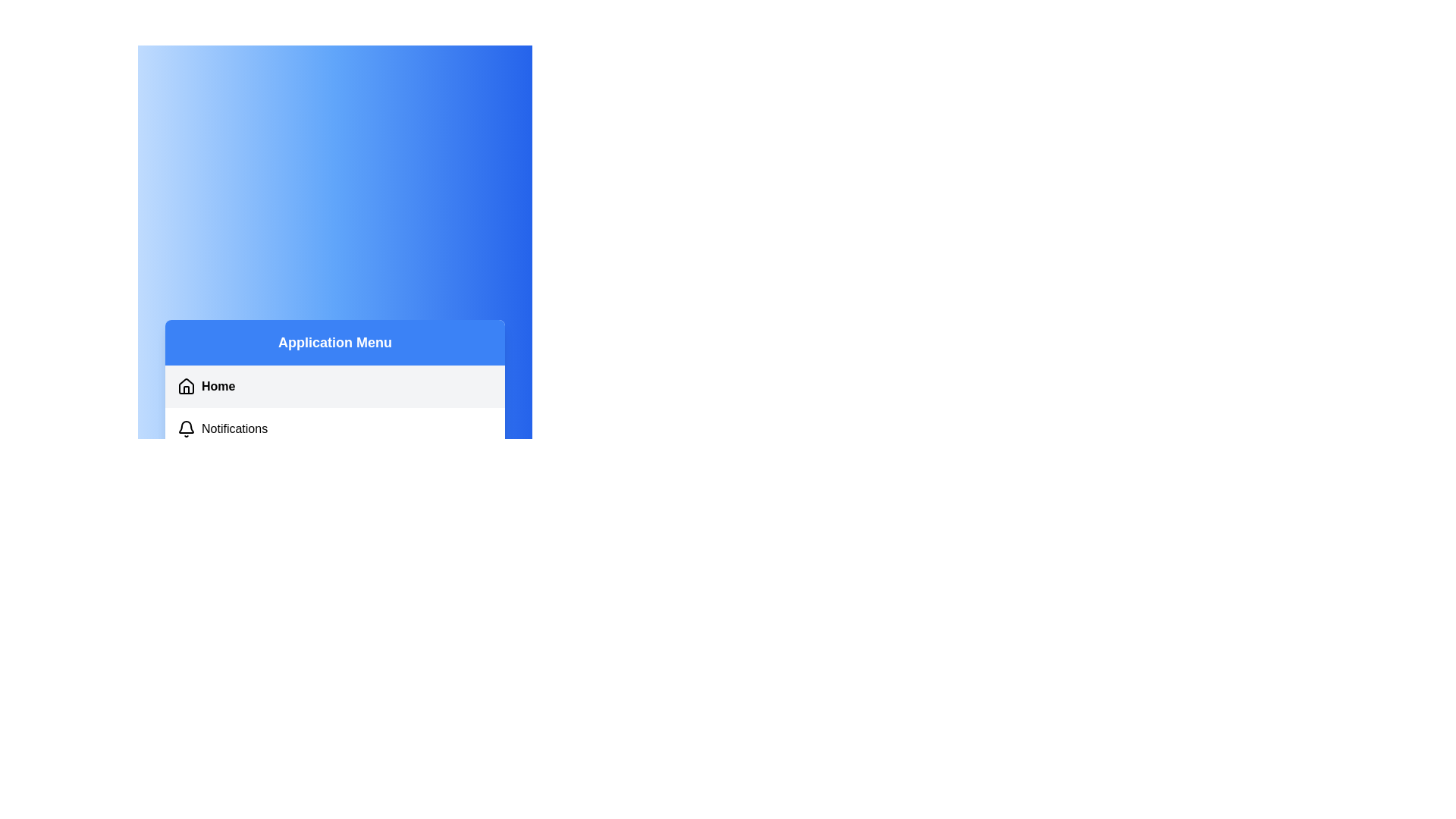  I want to click on the menu item labeled Home to select it, so click(334, 385).